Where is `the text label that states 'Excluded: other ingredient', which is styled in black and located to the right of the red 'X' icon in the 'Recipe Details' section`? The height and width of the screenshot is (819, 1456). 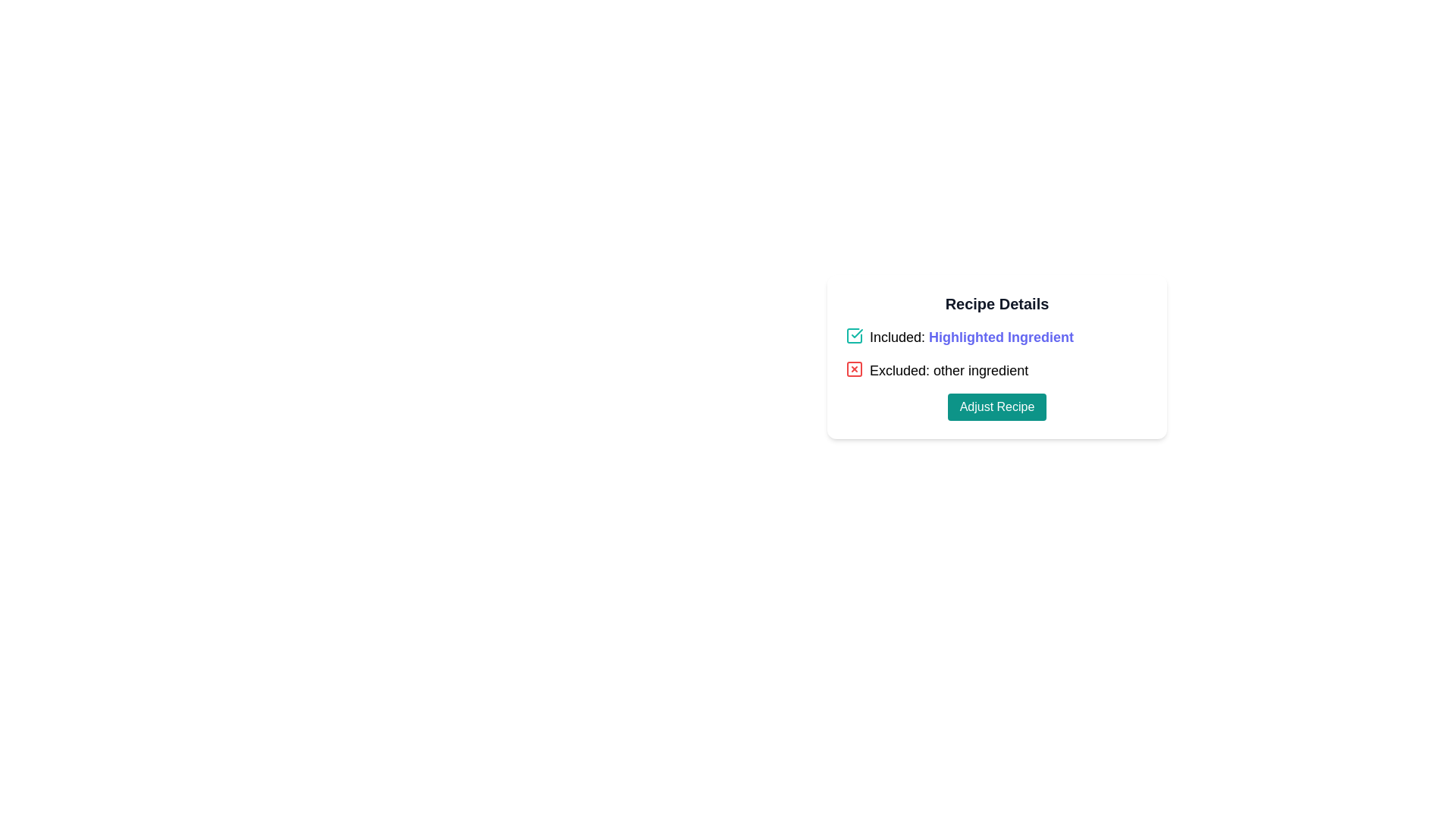
the text label that states 'Excluded: other ingredient', which is styled in black and located to the right of the red 'X' icon in the 'Recipe Details' section is located at coordinates (948, 371).